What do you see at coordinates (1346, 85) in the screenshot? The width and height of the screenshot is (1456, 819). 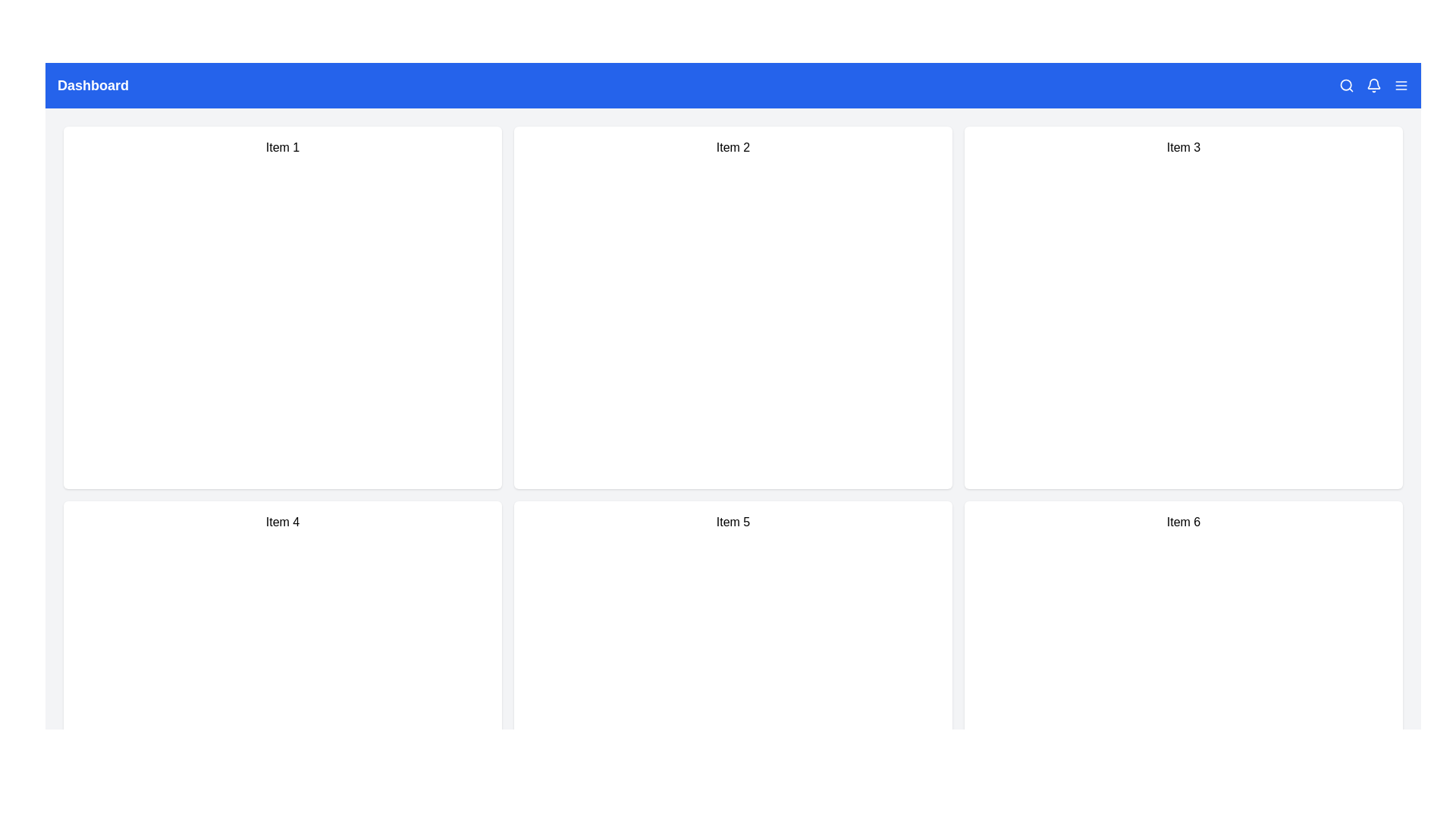 I see `the SVG circle that is part of the search icon located in the top-right corner of the navigation bar` at bounding box center [1346, 85].